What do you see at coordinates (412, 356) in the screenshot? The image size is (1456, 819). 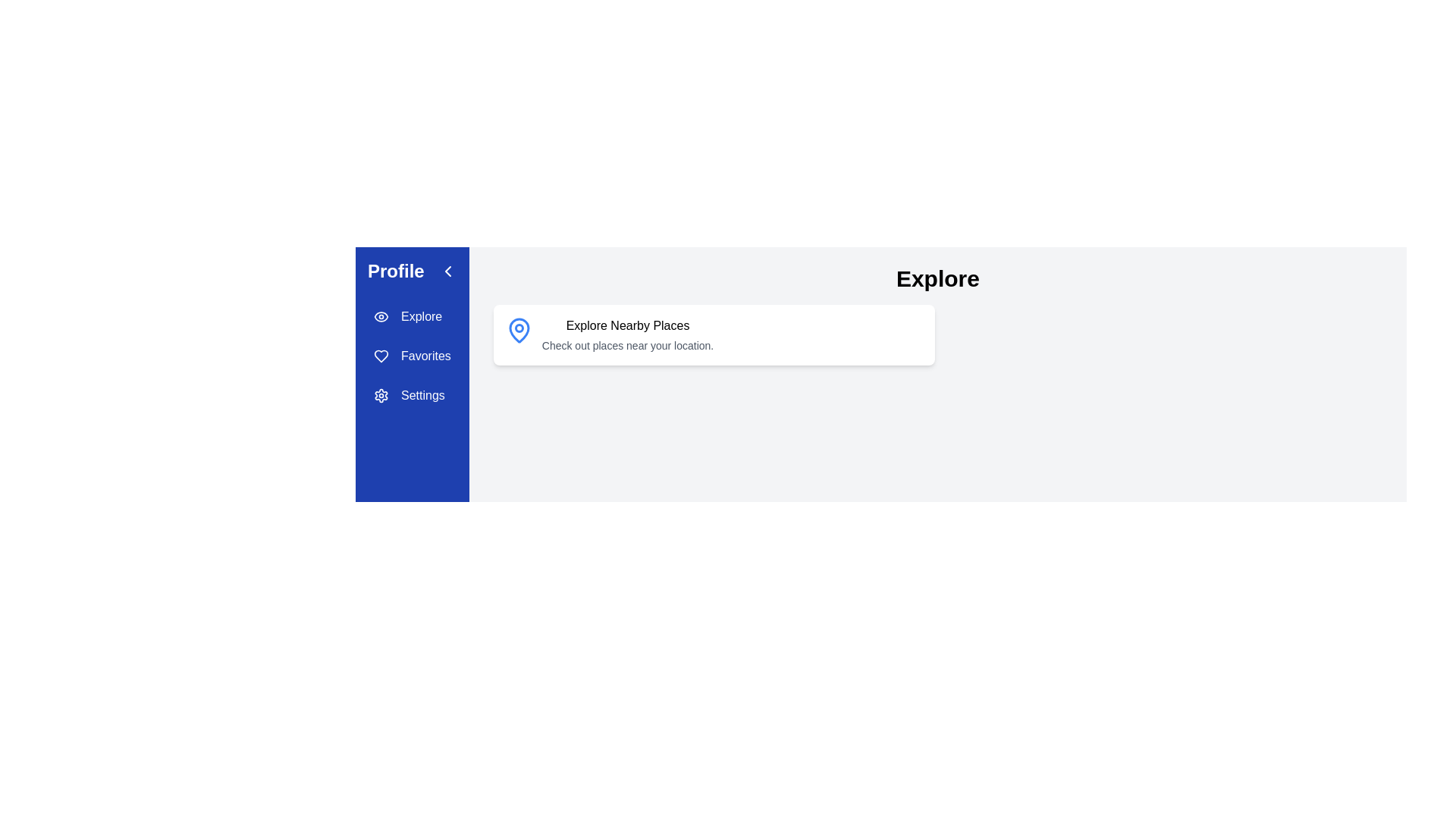 I see `the 'Favorites' button in the vertical navigation menu` at bounding box center [412, 356].